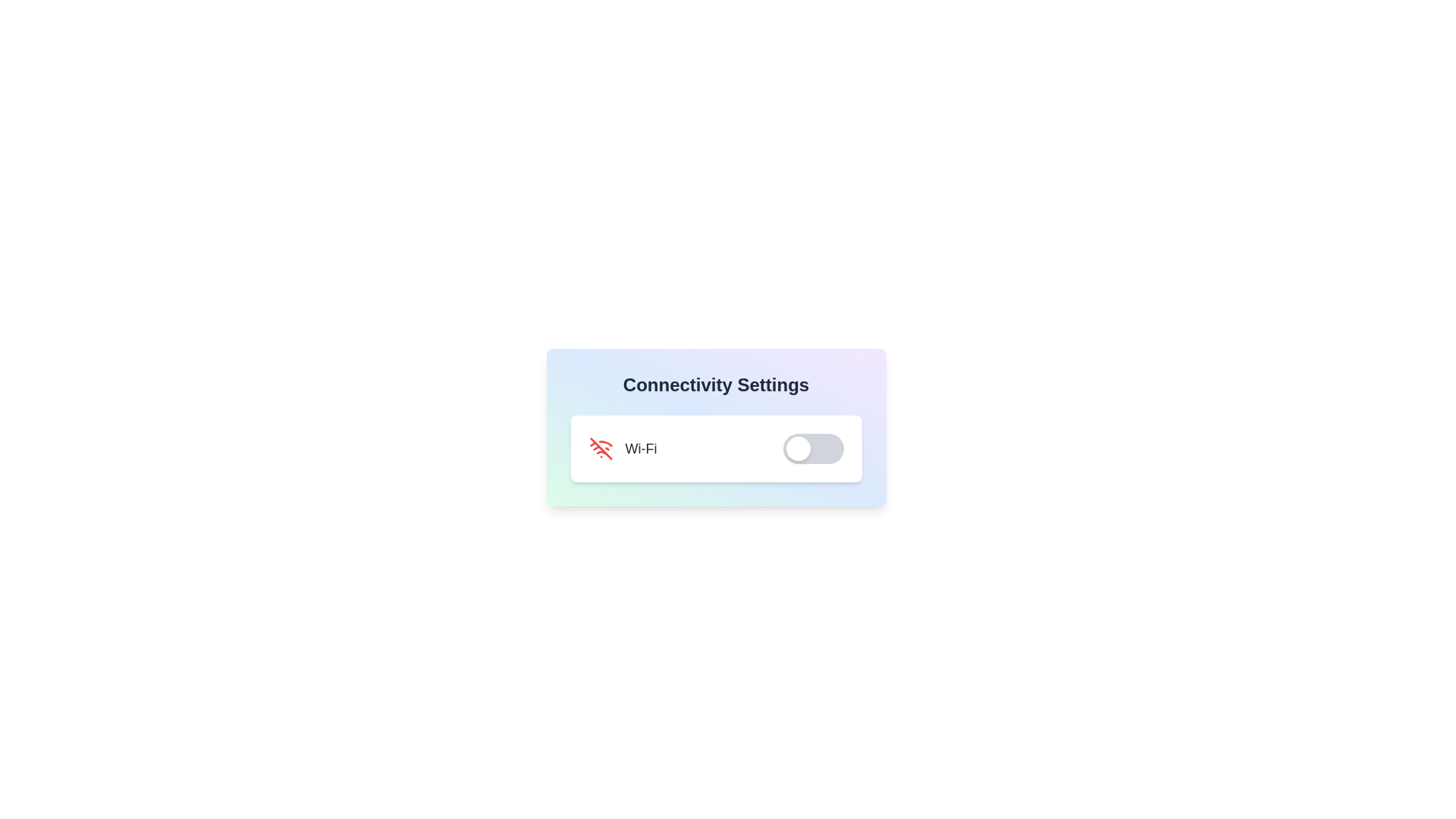 This screenshot has width=1456, height=819. Describe the element at coordinates (641, 447) in the screenshot. I see `the text label displaying 'Wi-Fi', which is located within the 'Connectivity Settings' card section, adjacent to a red Wi-Fi symbol and a toggle switch` at that location.